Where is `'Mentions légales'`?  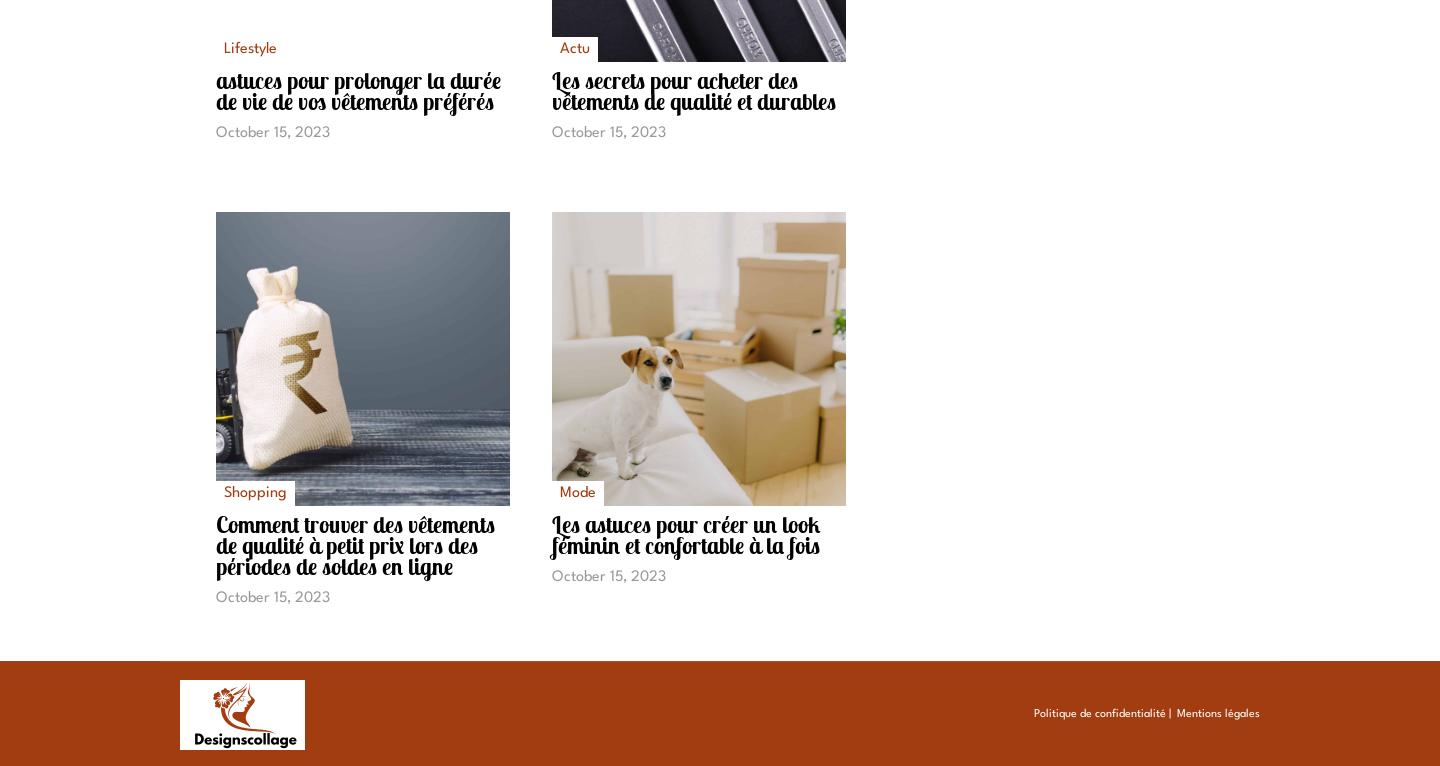
'Mentions légales' is located at coordinates (1215, 713).